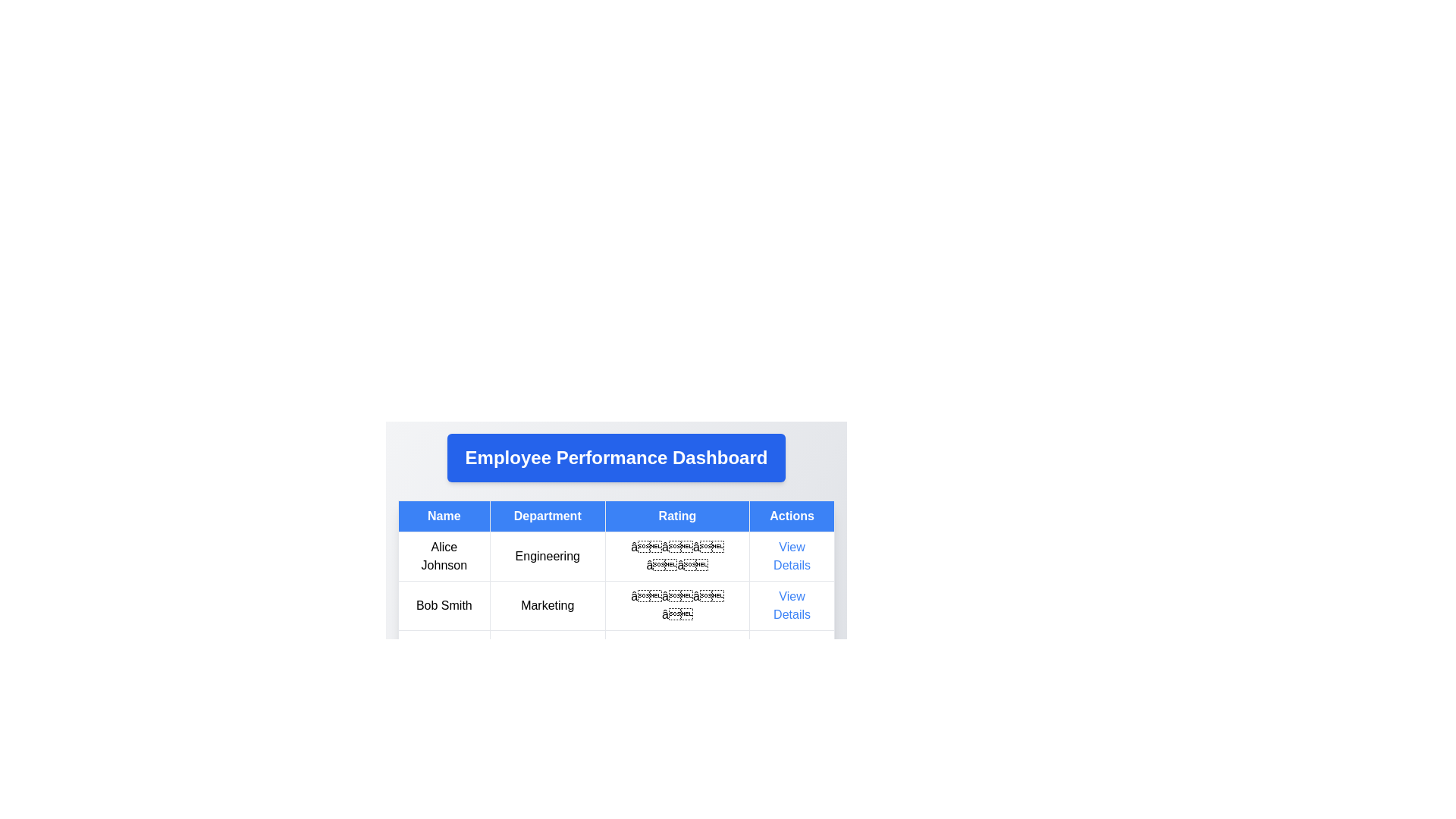 Image resolution: width=1456 pixels, height=819 pixels. I want to click on the 'Department' table header button, which is a rectangular button with white text on a blue background, located in the second column of the table, so click(547, 516).